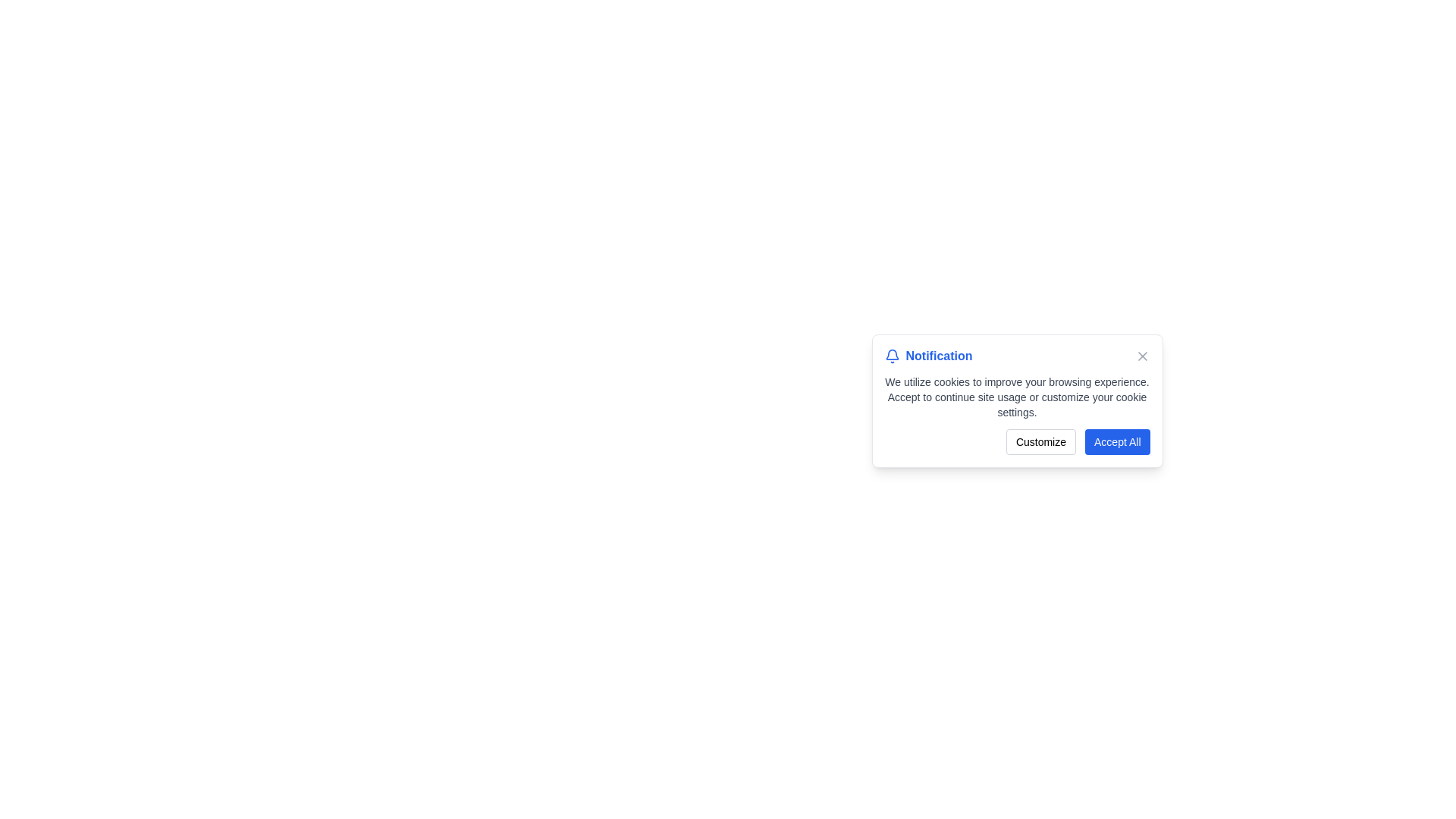 This screenshot has width=1456, height=819. Describe the element at coordinates (1017, 441) in the screenshot. I see `the 'Customize' button with a light gray border and rounded corners, which is located in the bottom right corner of a notification dialog box` at that location.